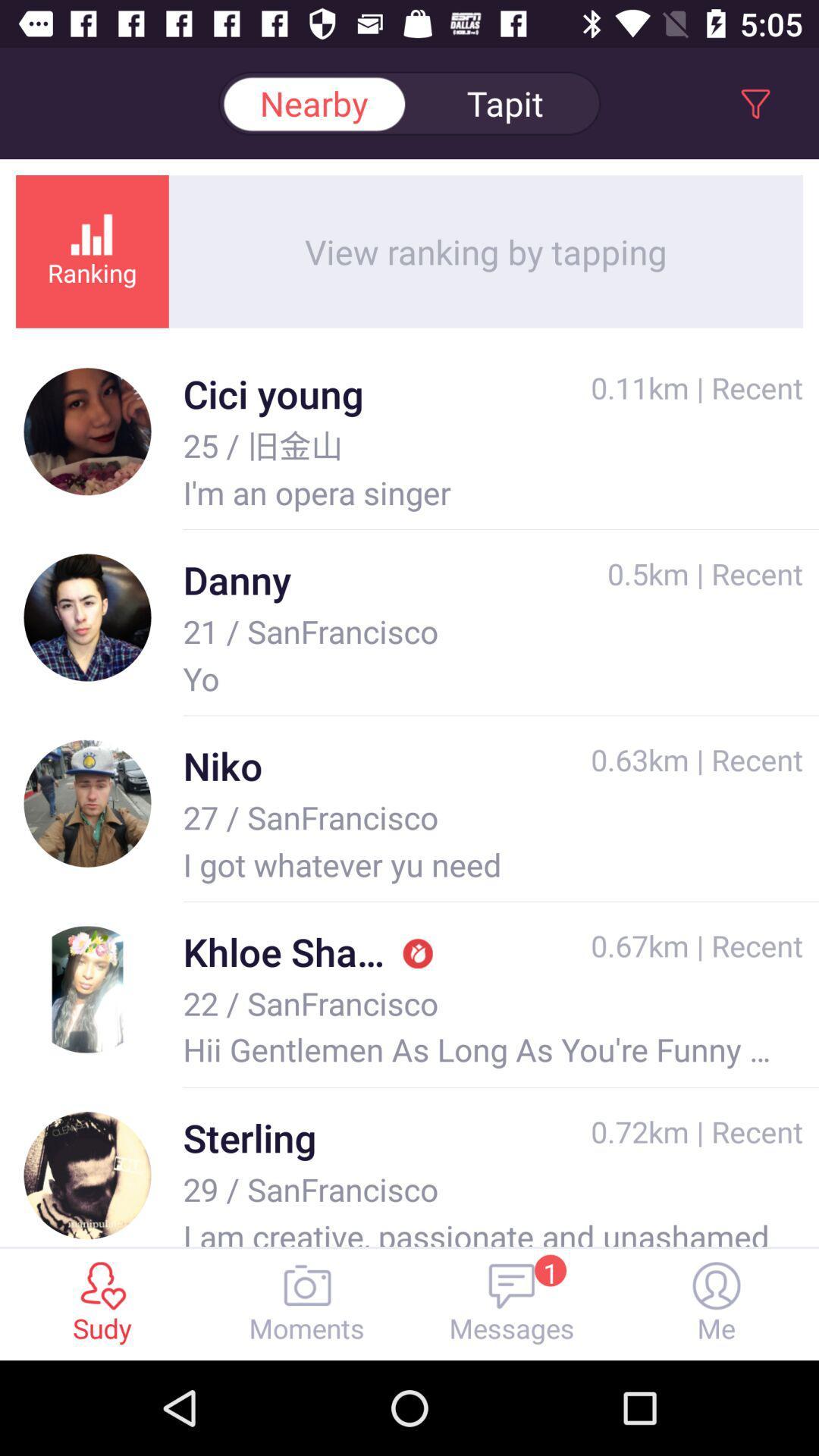 This screenshot has width=819, height=1456. I want to click on the image beside the text sterling, so click(87, 1175).